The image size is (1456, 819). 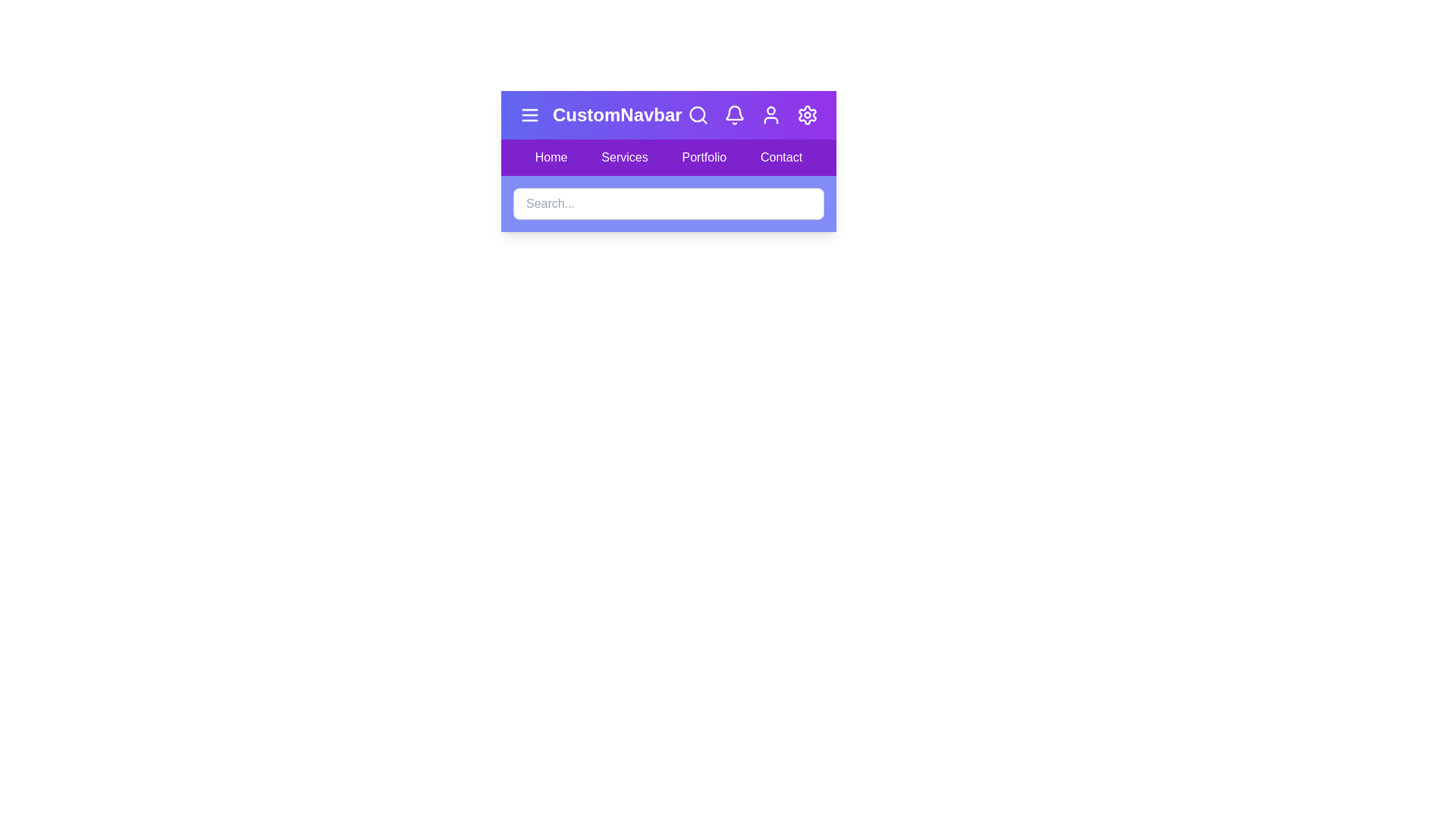 What do you see at coordinates (530, 114) in the screenshot?
I see `the menu button to toggle the menu visibility` at bounding box center [530, 114].